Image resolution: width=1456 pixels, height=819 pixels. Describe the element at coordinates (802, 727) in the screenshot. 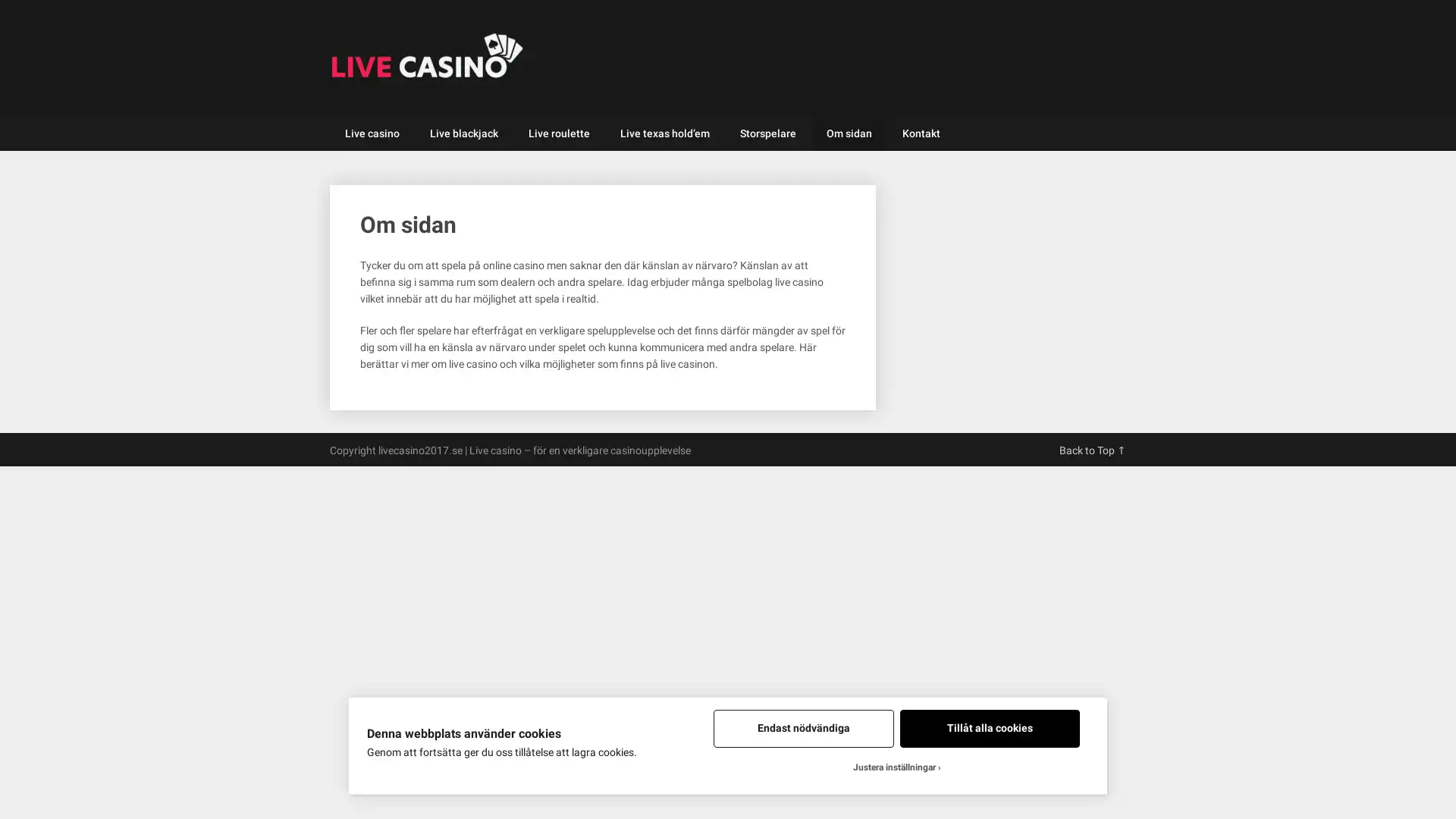

I see `Endast nodvandiga` at that location.